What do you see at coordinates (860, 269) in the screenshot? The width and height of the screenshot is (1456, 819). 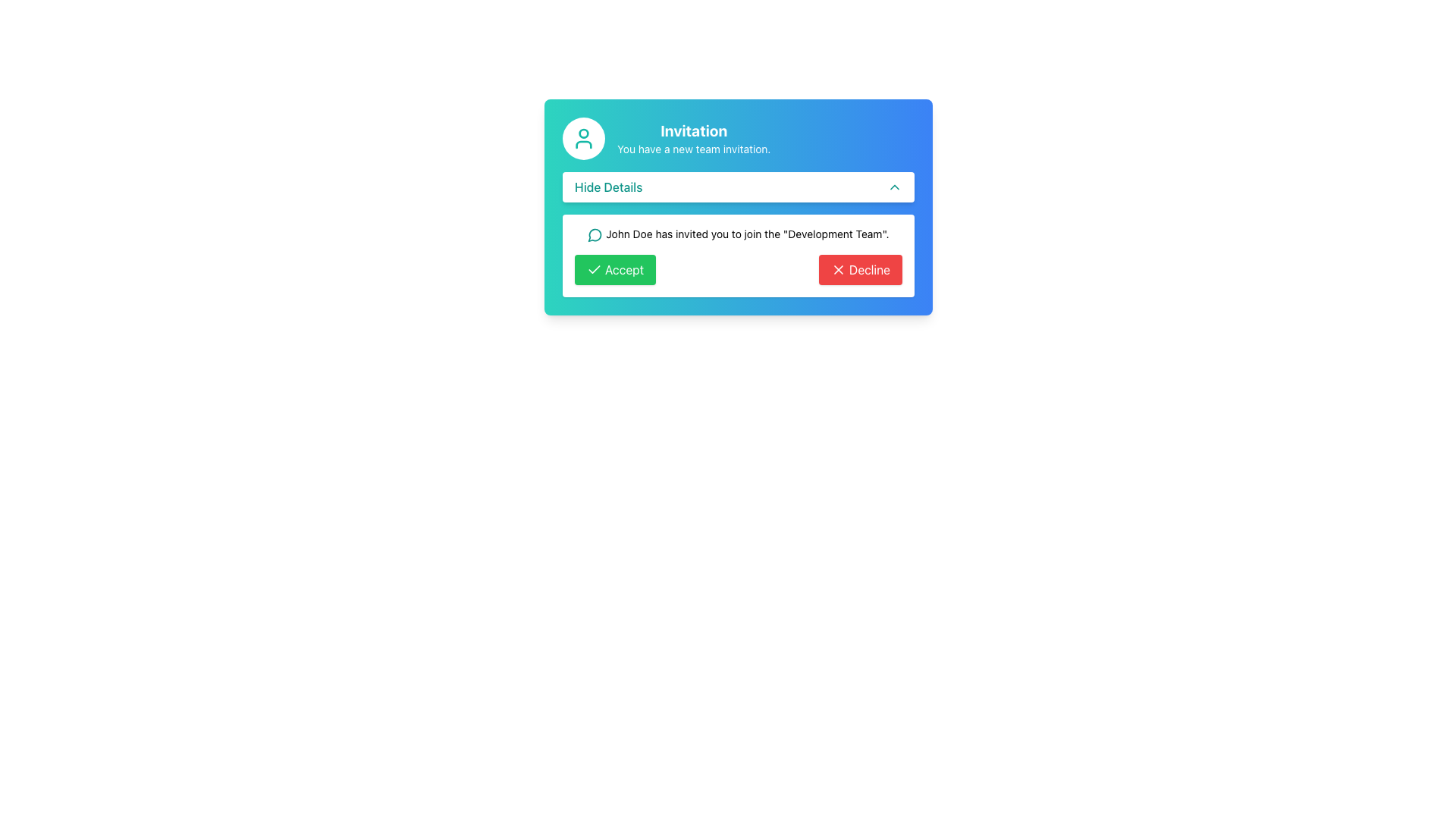 I see `the 'Decline' button` at bounding box center [860, 269].